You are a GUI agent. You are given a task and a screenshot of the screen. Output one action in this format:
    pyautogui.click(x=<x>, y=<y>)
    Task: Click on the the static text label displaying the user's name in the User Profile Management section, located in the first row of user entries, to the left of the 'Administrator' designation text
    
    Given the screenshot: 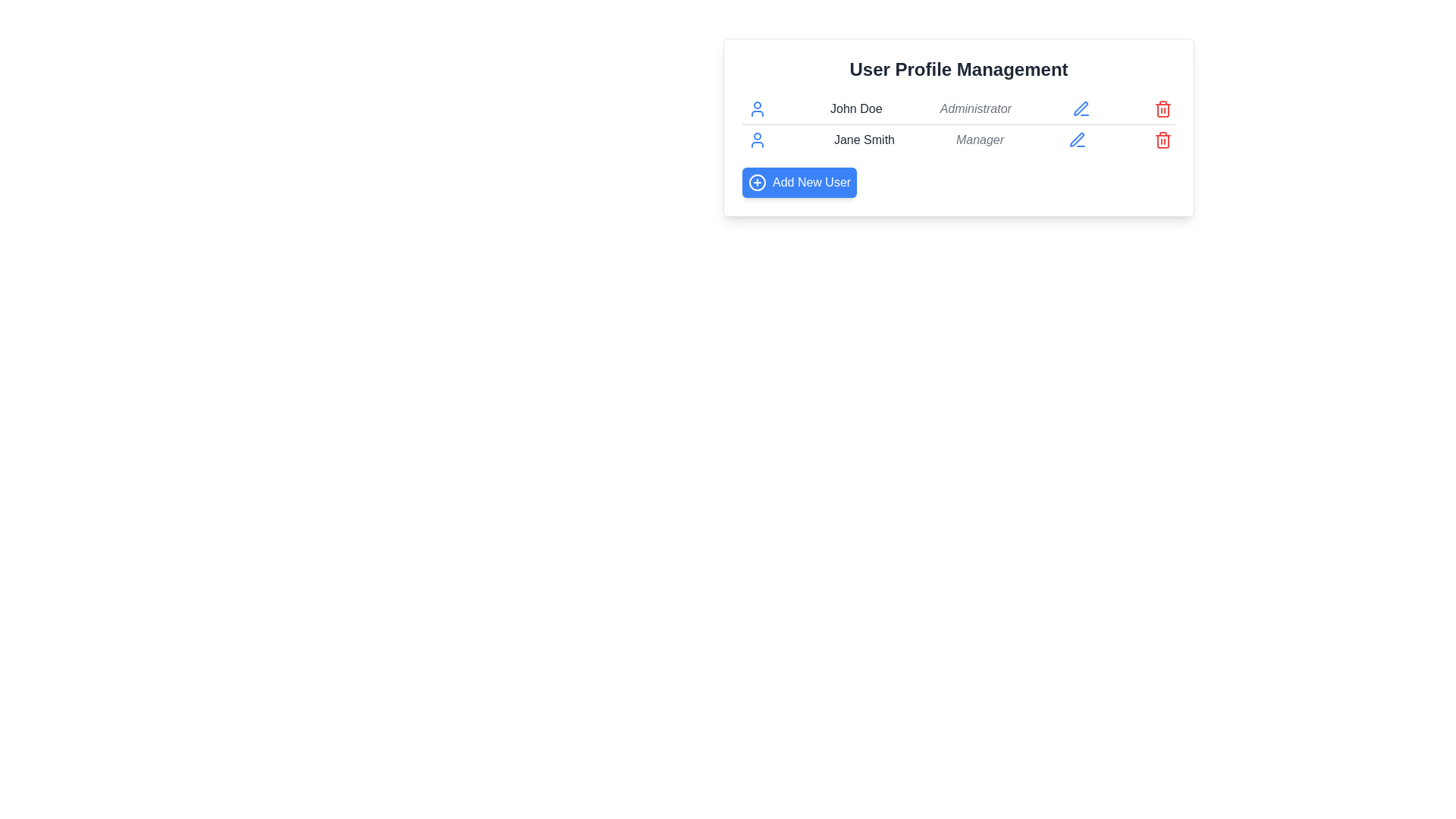 What is the action you would take?
    pyautogui.click(x=856, y=108)
    